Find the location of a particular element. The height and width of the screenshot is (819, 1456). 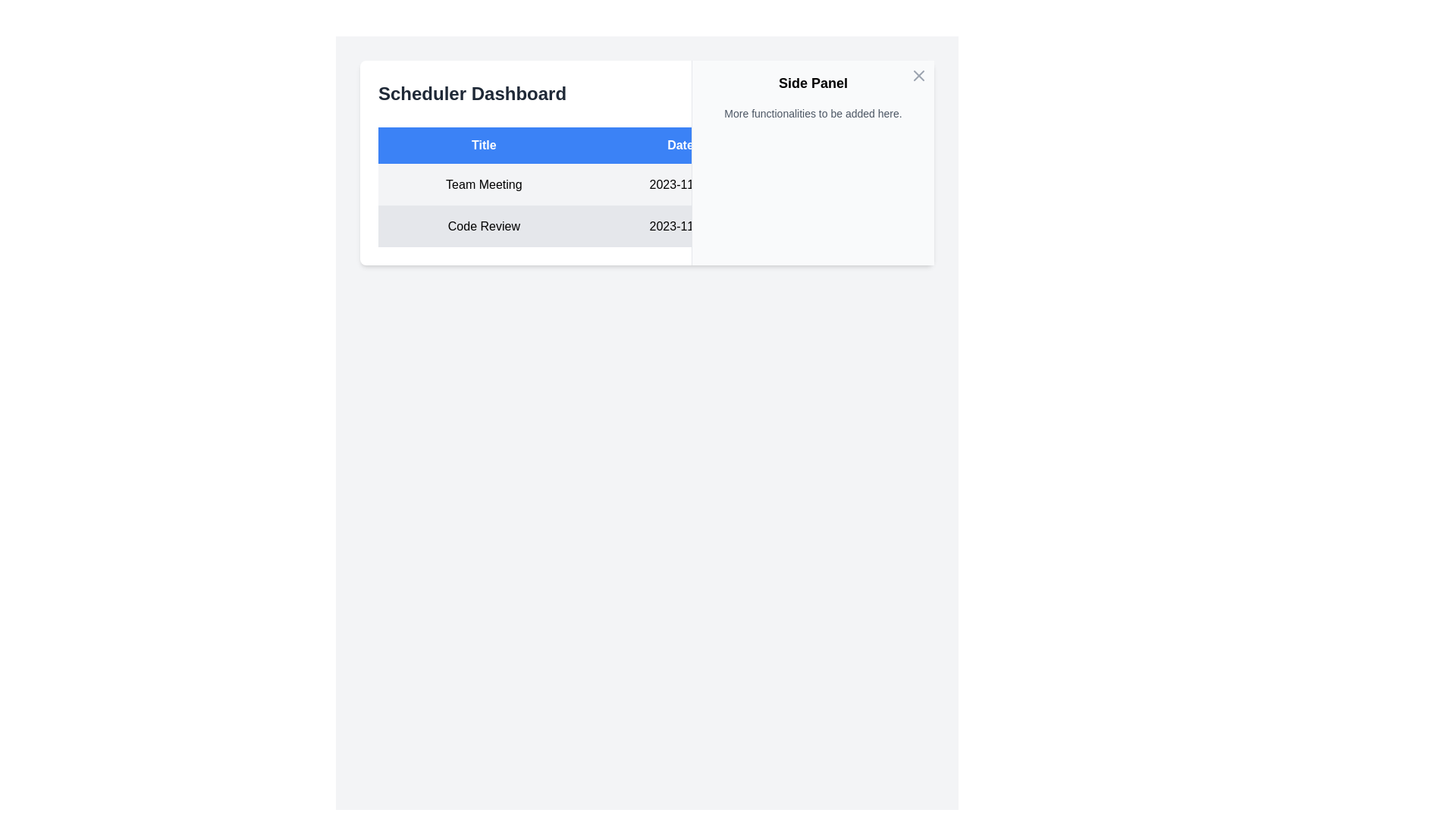

the 'Date' text label, which is styled with a blue background and white text, located in the header section of a table, positioned between 'Title' and 'Actions' is located at coordinates (679, 146).